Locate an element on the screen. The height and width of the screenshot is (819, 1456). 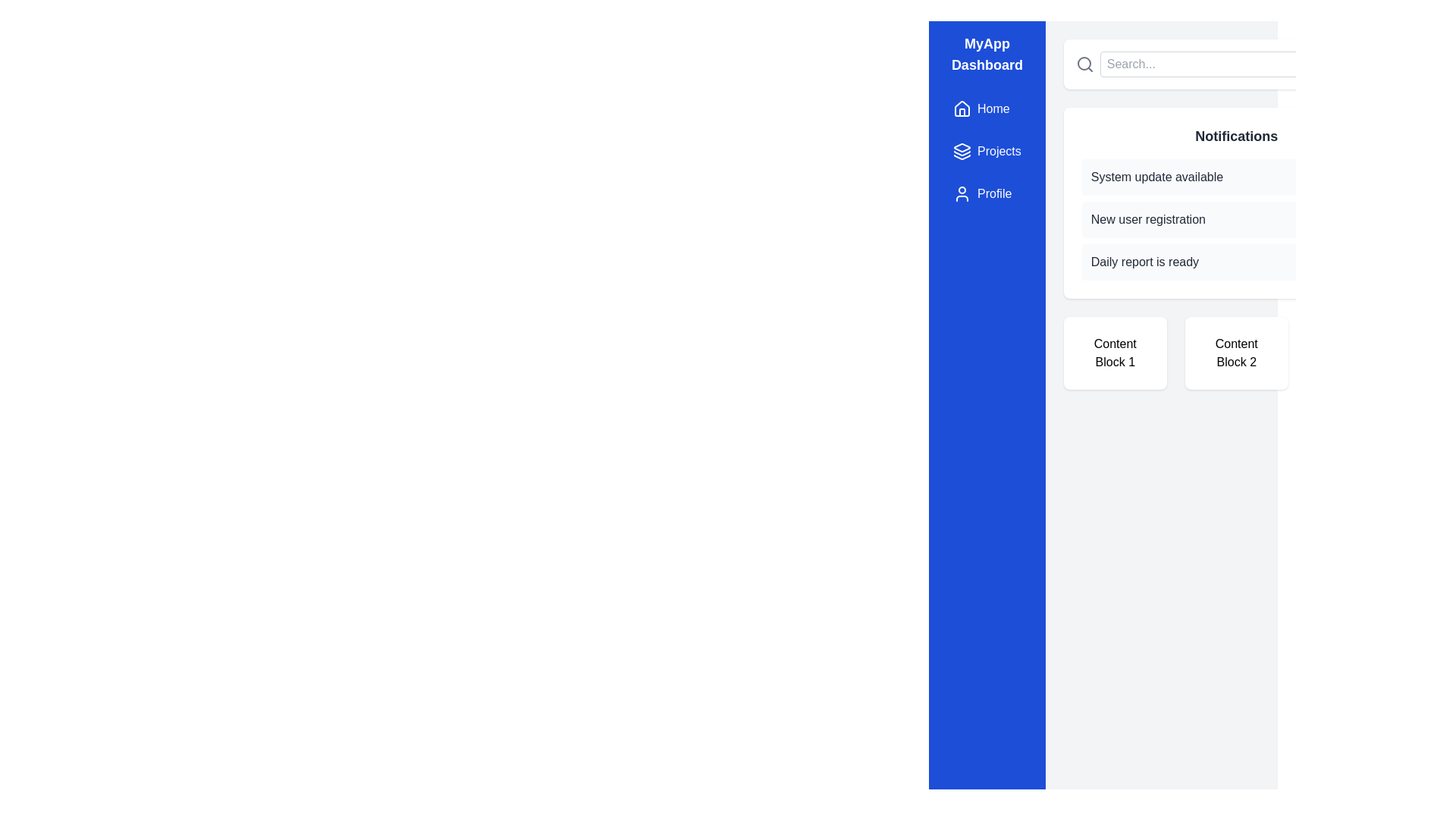
the middle layer of the three-layer stack icon representing the 'Projects' section in the vertical menu bar is located at coordinates (961, 152).